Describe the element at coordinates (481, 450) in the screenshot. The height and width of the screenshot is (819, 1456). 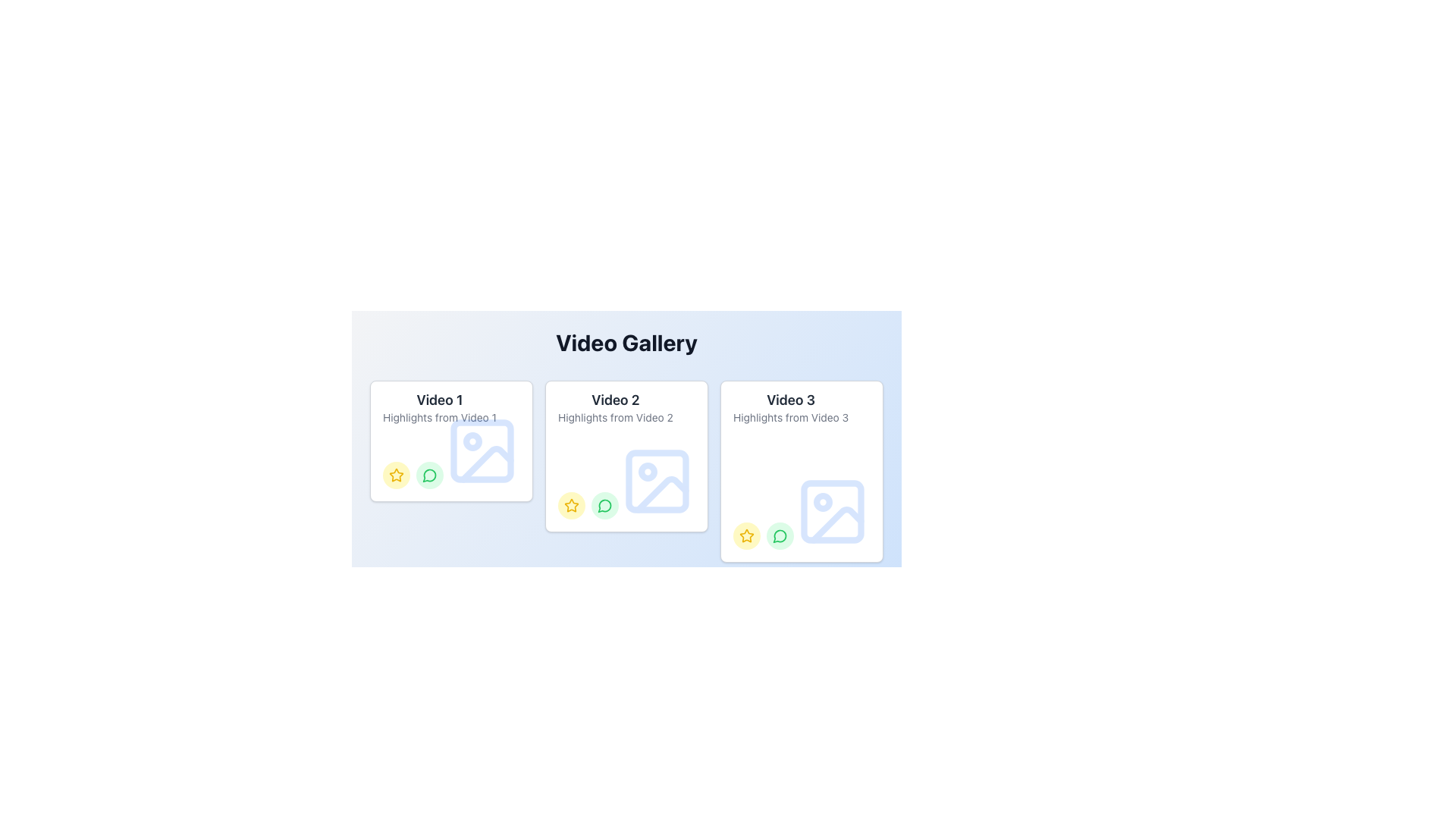
I see `the graphic icon located in the bottom-right corner of the card element for Video 1 to initiate interactions` at that location.